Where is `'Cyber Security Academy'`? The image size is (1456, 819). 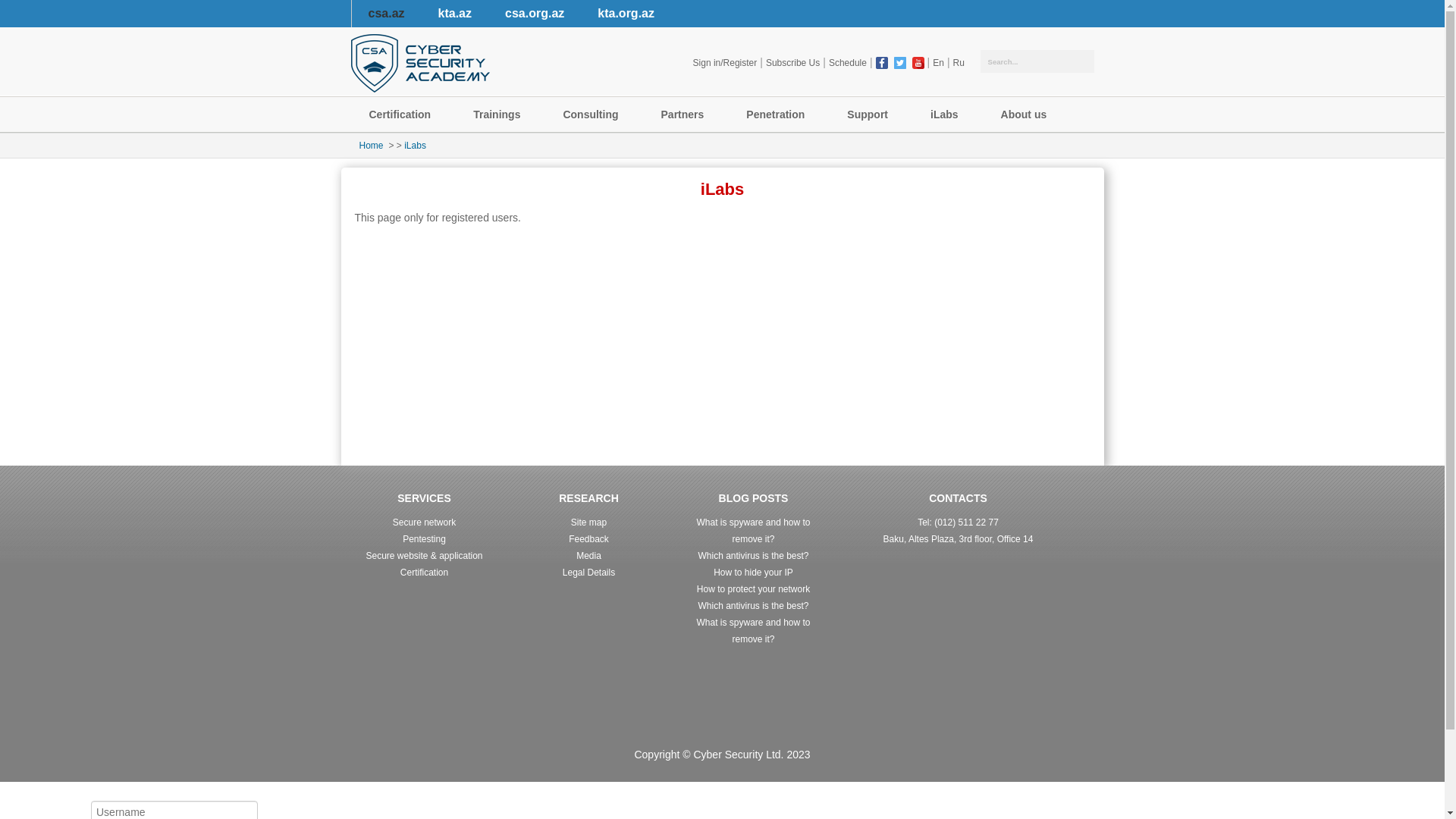 'Cyber Security Academy' is located at coordinates (419, 62).